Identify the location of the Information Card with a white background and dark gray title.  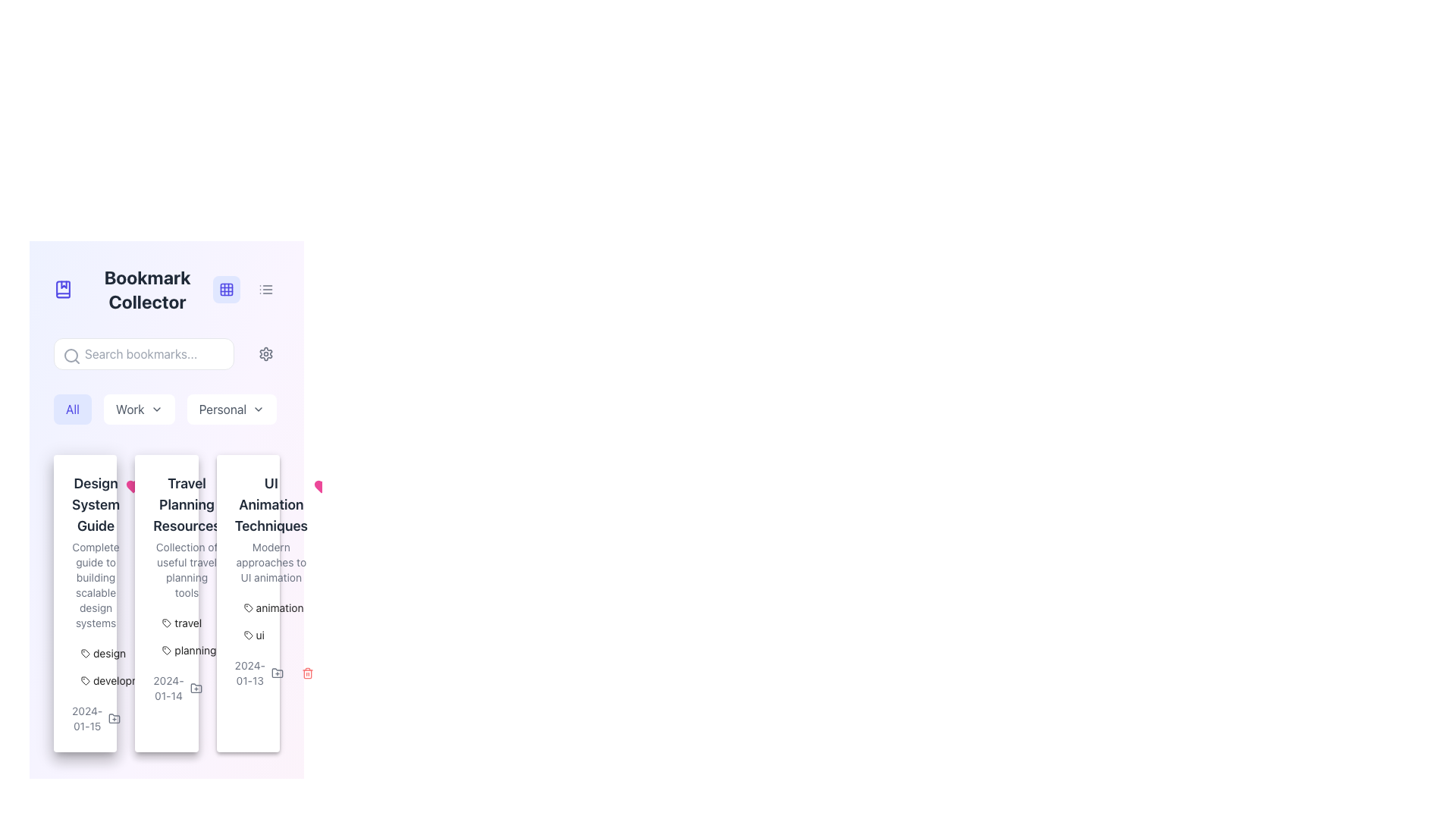
(167, 602).